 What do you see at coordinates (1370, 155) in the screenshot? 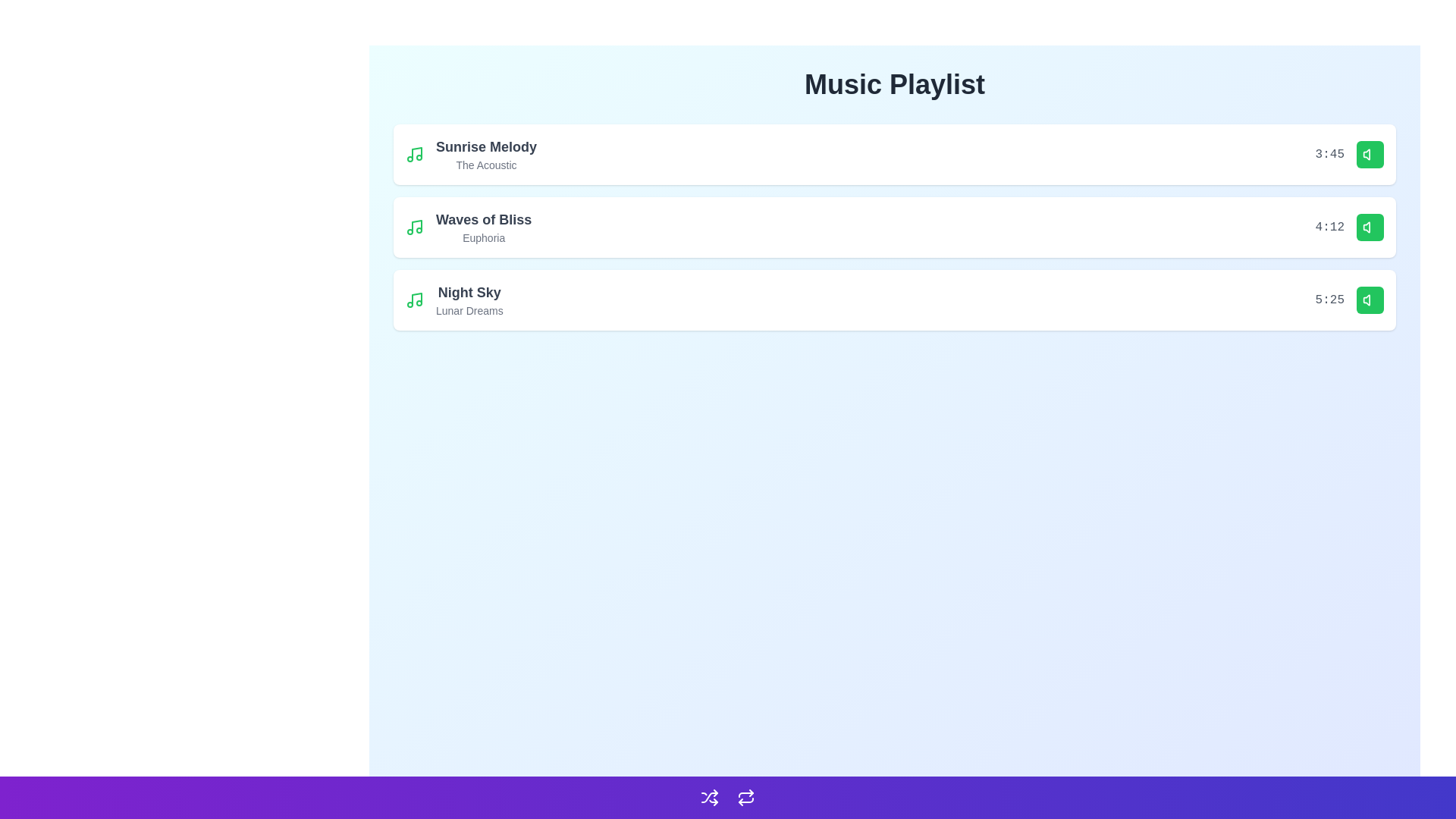
I see `the green button with a white volume icon located to the right of the '3:45' text in the first row of playlist entries` at bounding box center [1370, 155].